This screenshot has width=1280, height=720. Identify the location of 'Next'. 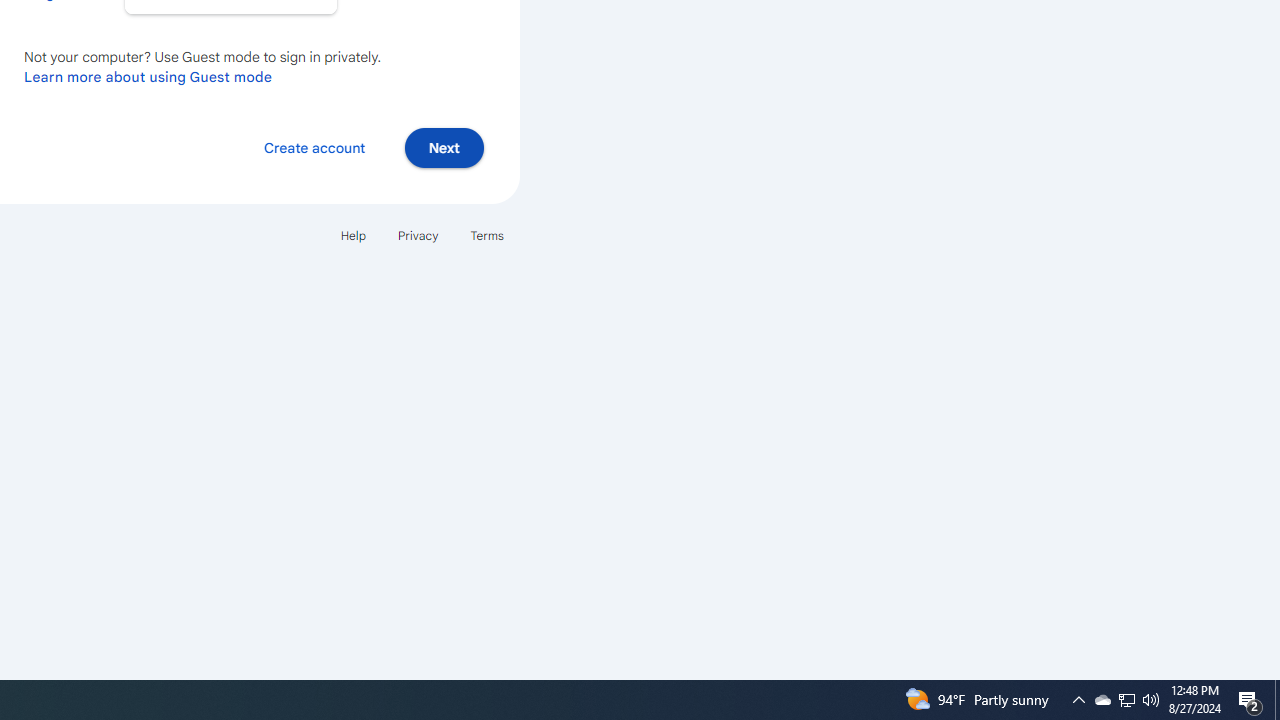
(443, 146).